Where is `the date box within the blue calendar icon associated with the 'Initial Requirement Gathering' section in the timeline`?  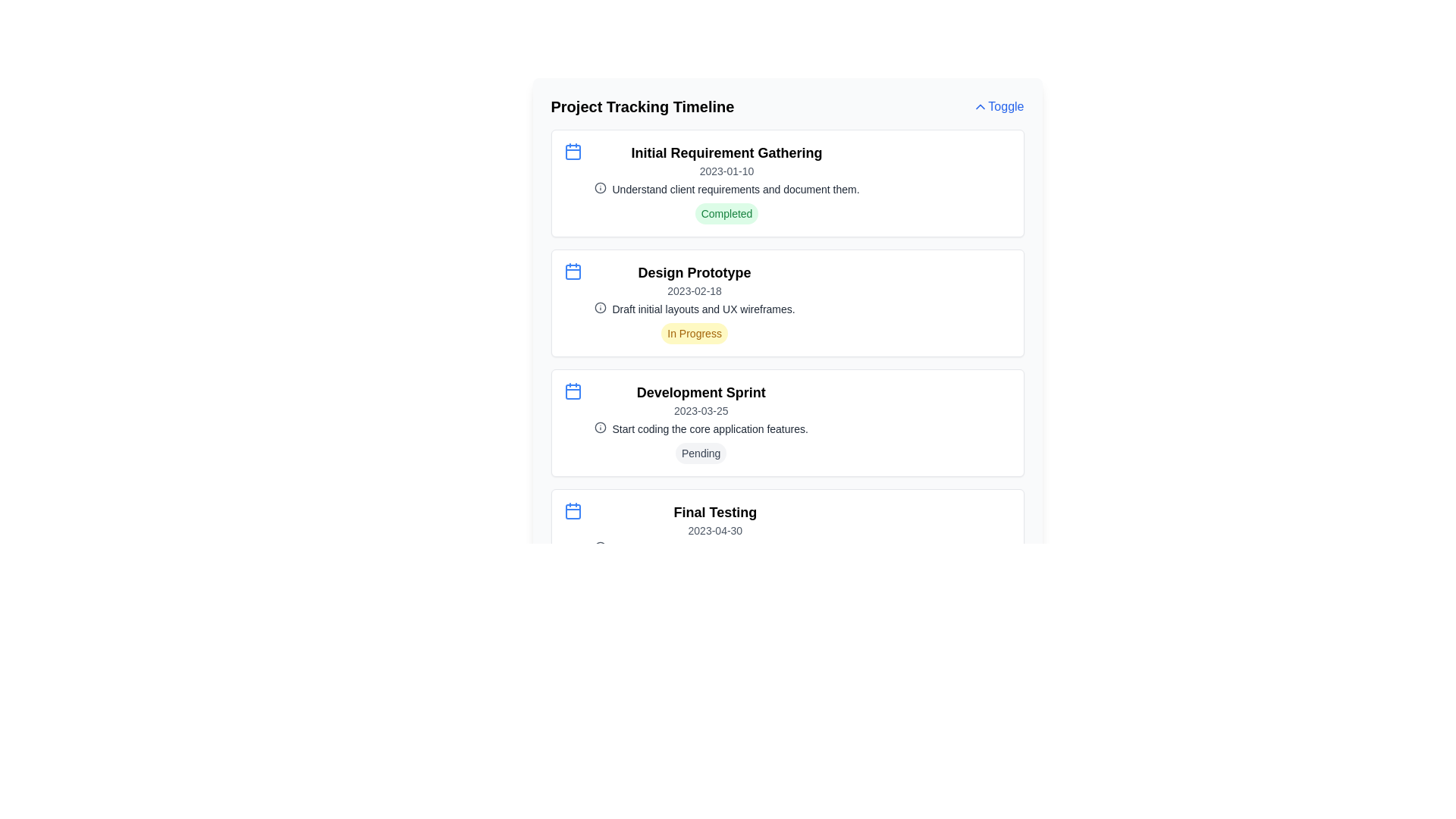 the date box within the blue calendar icon associated with the 'Initial Requirement Gathering' section in the timeline is located at coordinates (572, 152).